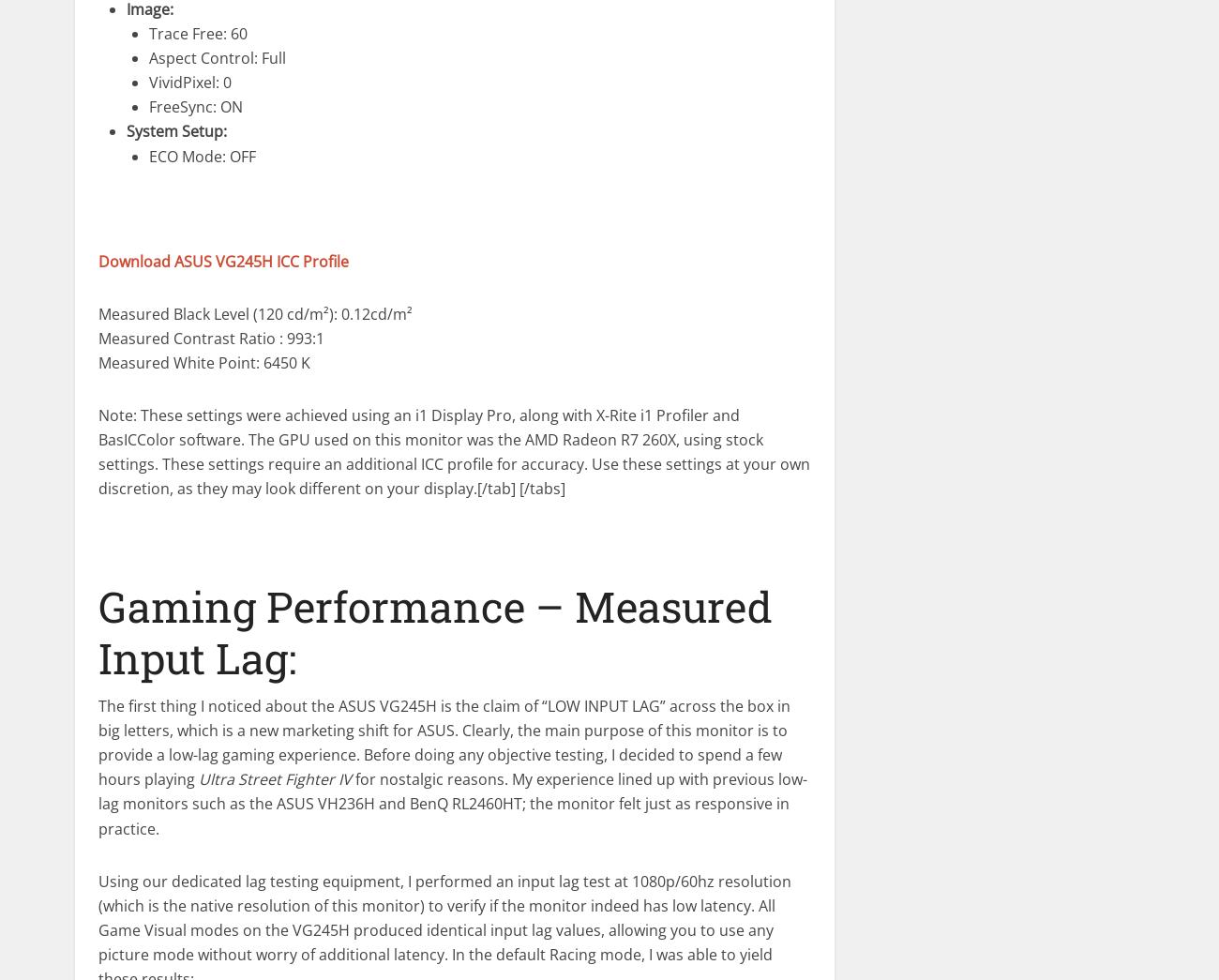  I want to click on 'Trace Free: 60', so click(198, 32).